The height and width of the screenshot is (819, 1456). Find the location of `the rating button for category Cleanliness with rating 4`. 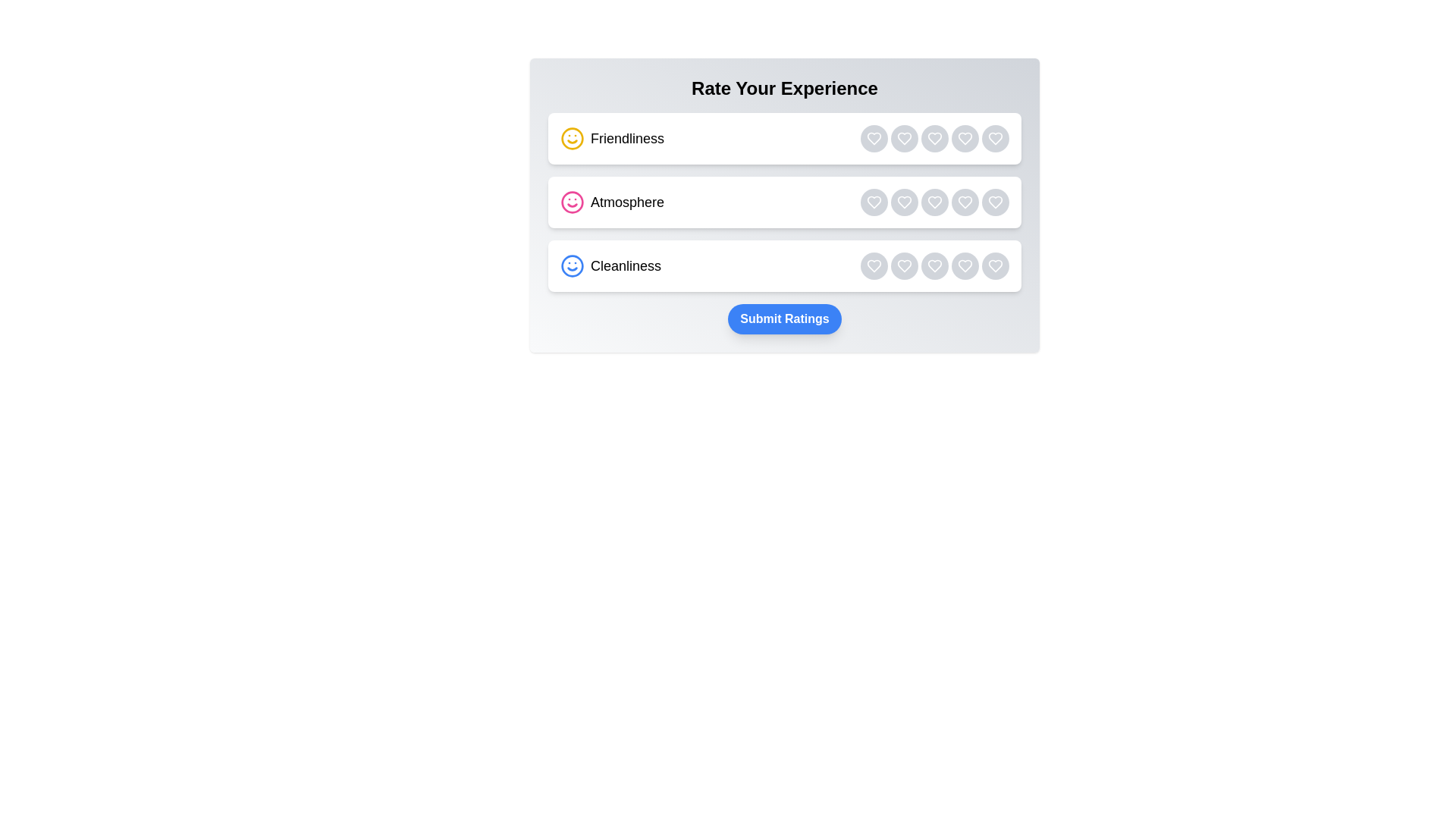

the rating button for category Cleanliness with rating 4 is located at coordinates (964, 265).